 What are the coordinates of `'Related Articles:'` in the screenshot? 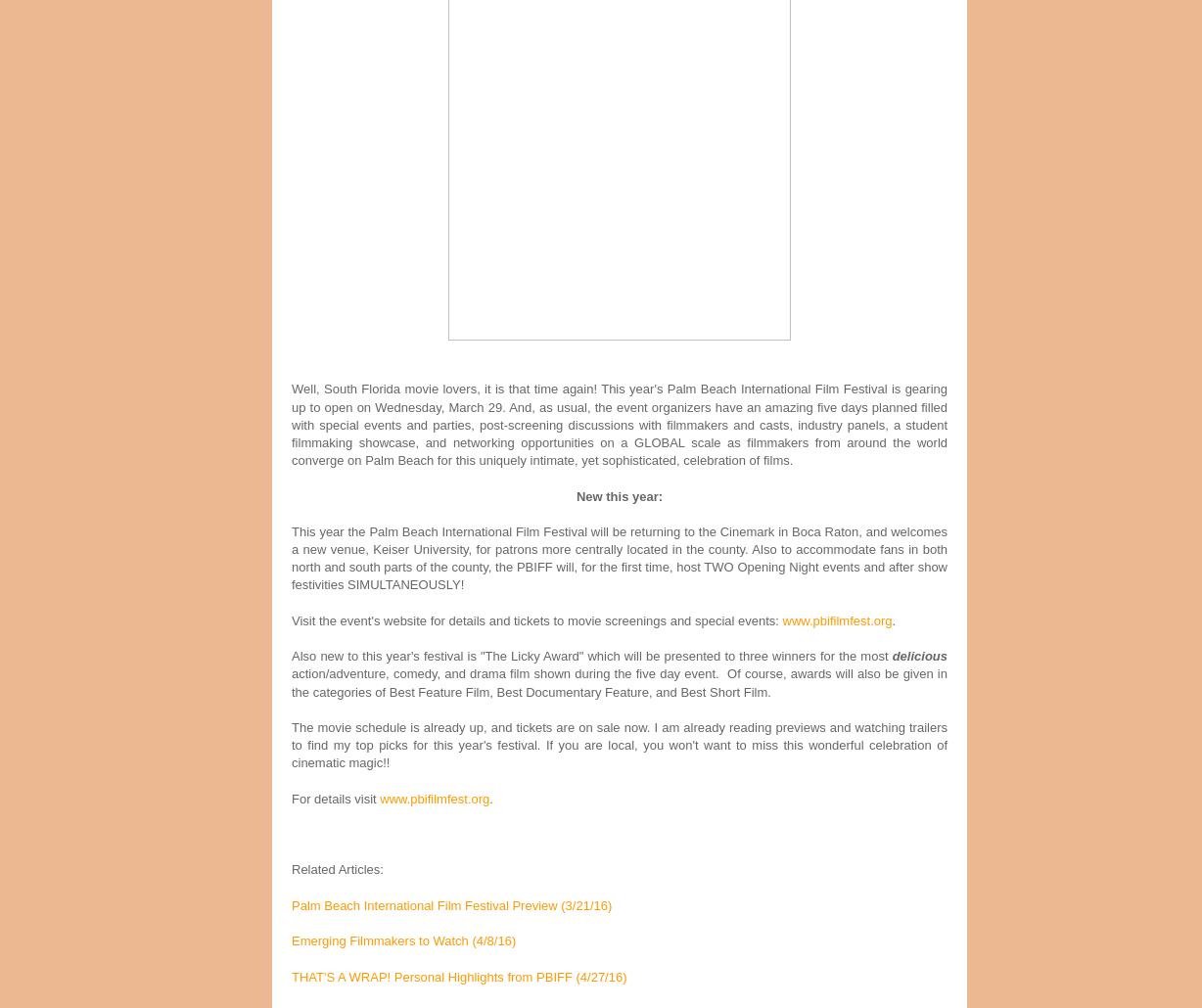 It's located at (339, 869).